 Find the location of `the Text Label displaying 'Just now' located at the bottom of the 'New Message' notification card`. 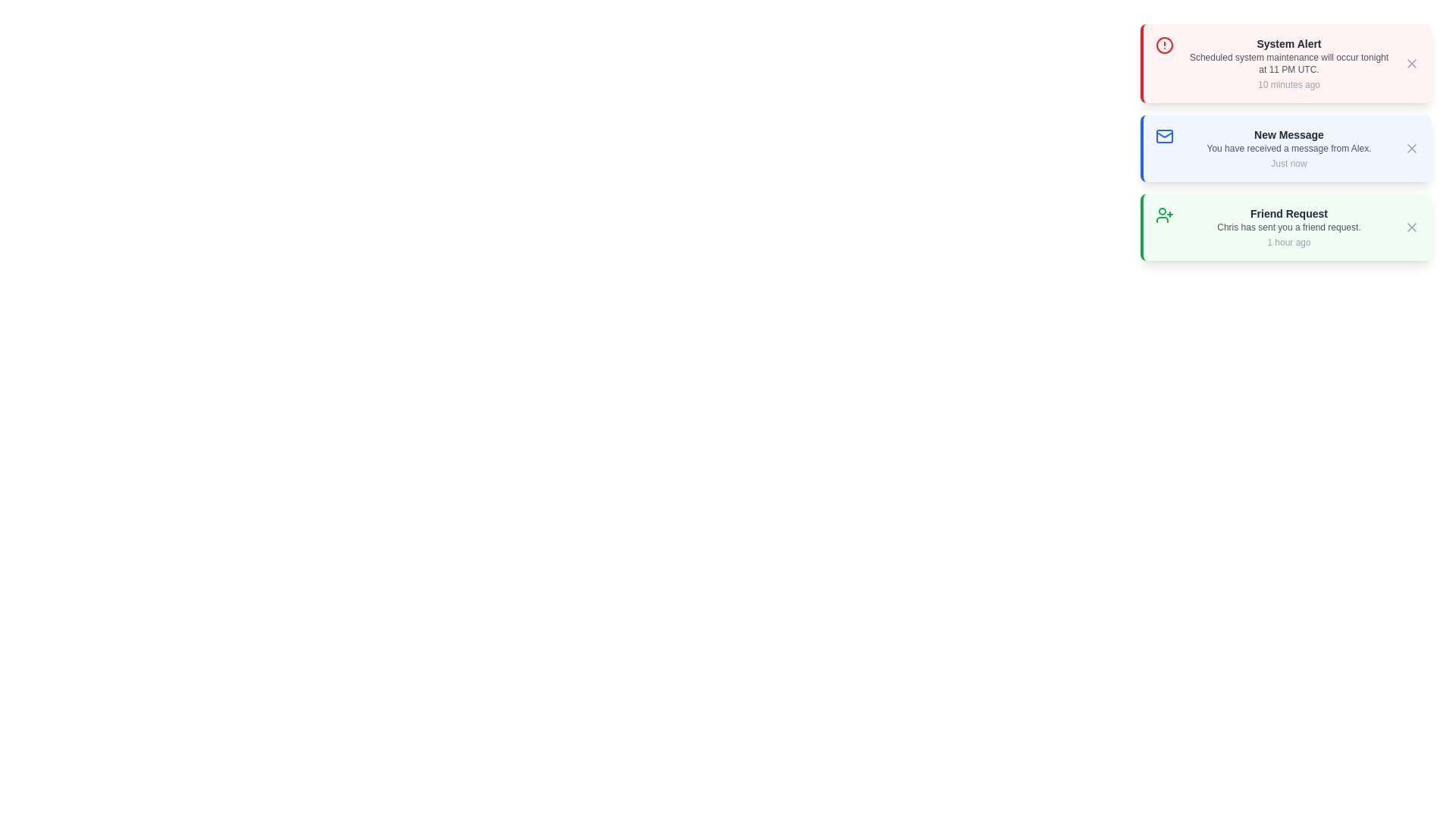

the Text Label displaying 'Just now' located at the bottom of the 'New Message' notification card is located at coordinates (1288, 164).